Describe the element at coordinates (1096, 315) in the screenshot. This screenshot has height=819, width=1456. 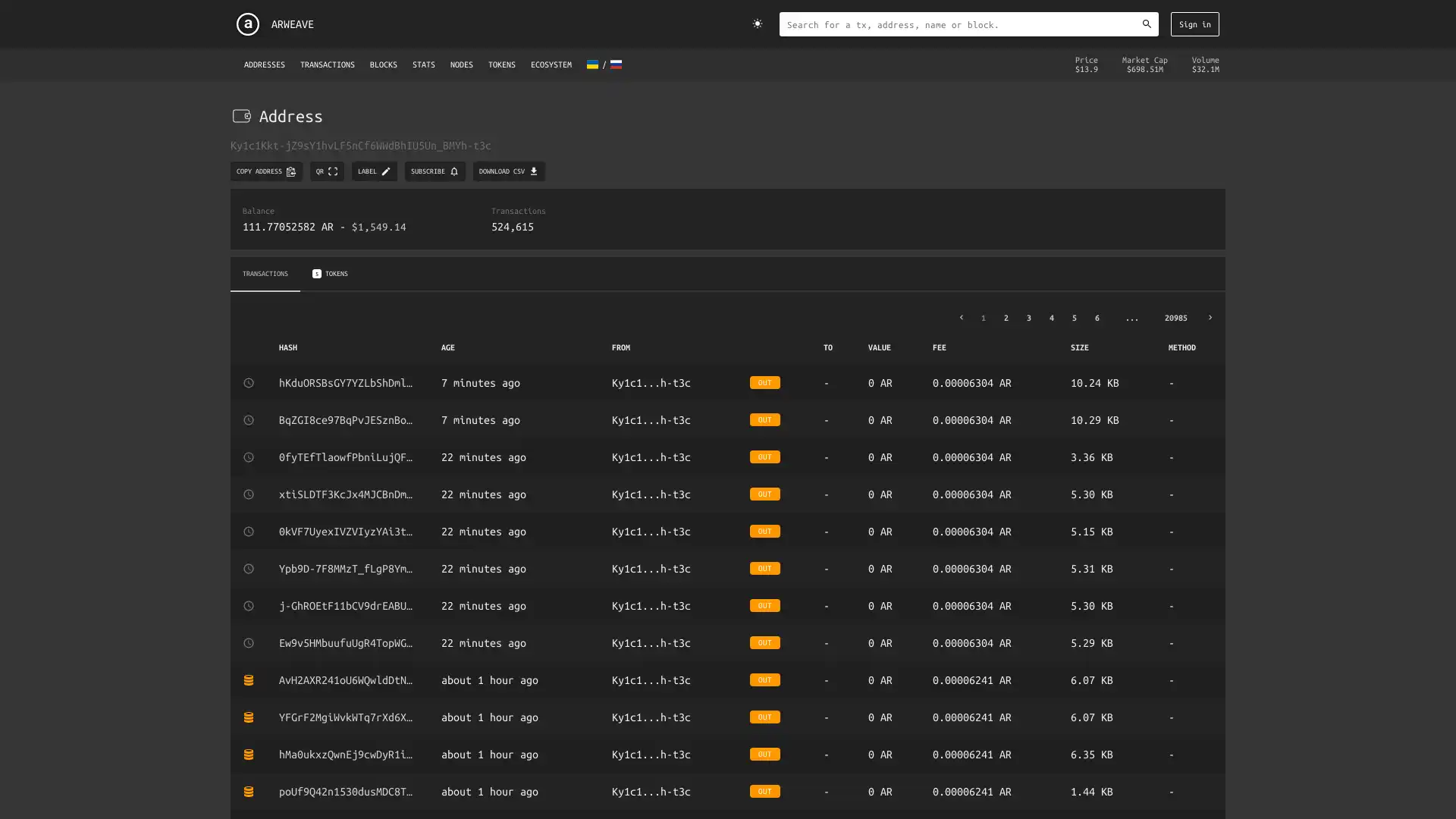
I see `Page 6` at that location.